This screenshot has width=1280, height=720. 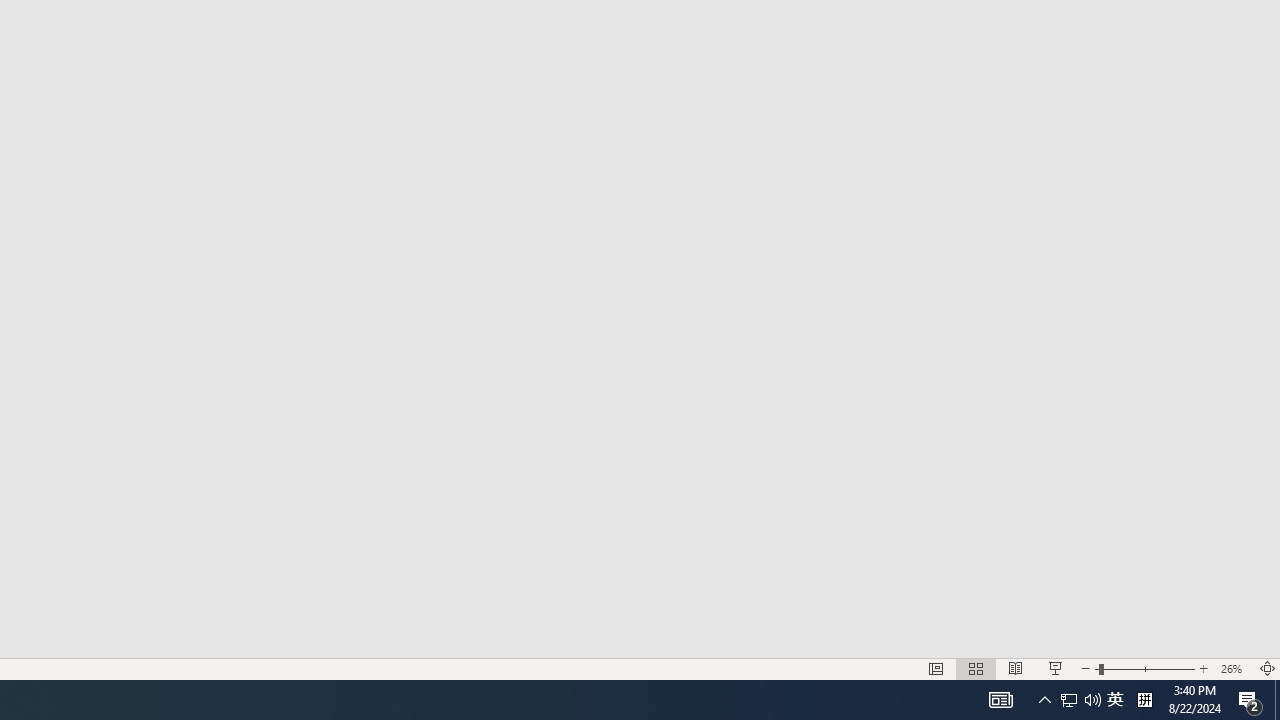 What do you see at coordinates (1233, 669) in the screenshot?
I see `'Zoom 26%'` at bounding box center [1233, 669].